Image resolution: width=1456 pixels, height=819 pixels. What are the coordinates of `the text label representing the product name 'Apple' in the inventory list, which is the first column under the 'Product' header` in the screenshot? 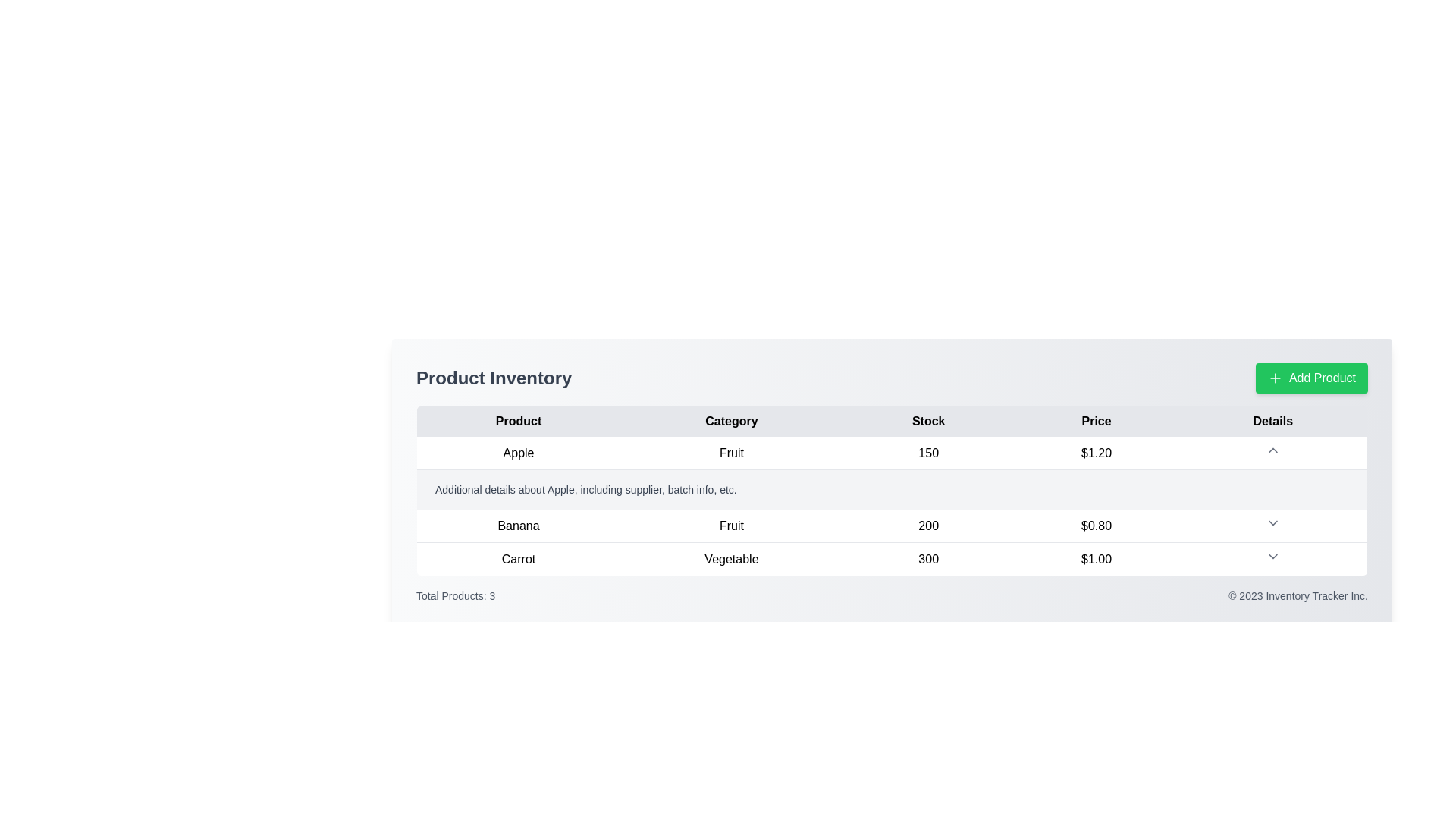 It's located at (518, 452).